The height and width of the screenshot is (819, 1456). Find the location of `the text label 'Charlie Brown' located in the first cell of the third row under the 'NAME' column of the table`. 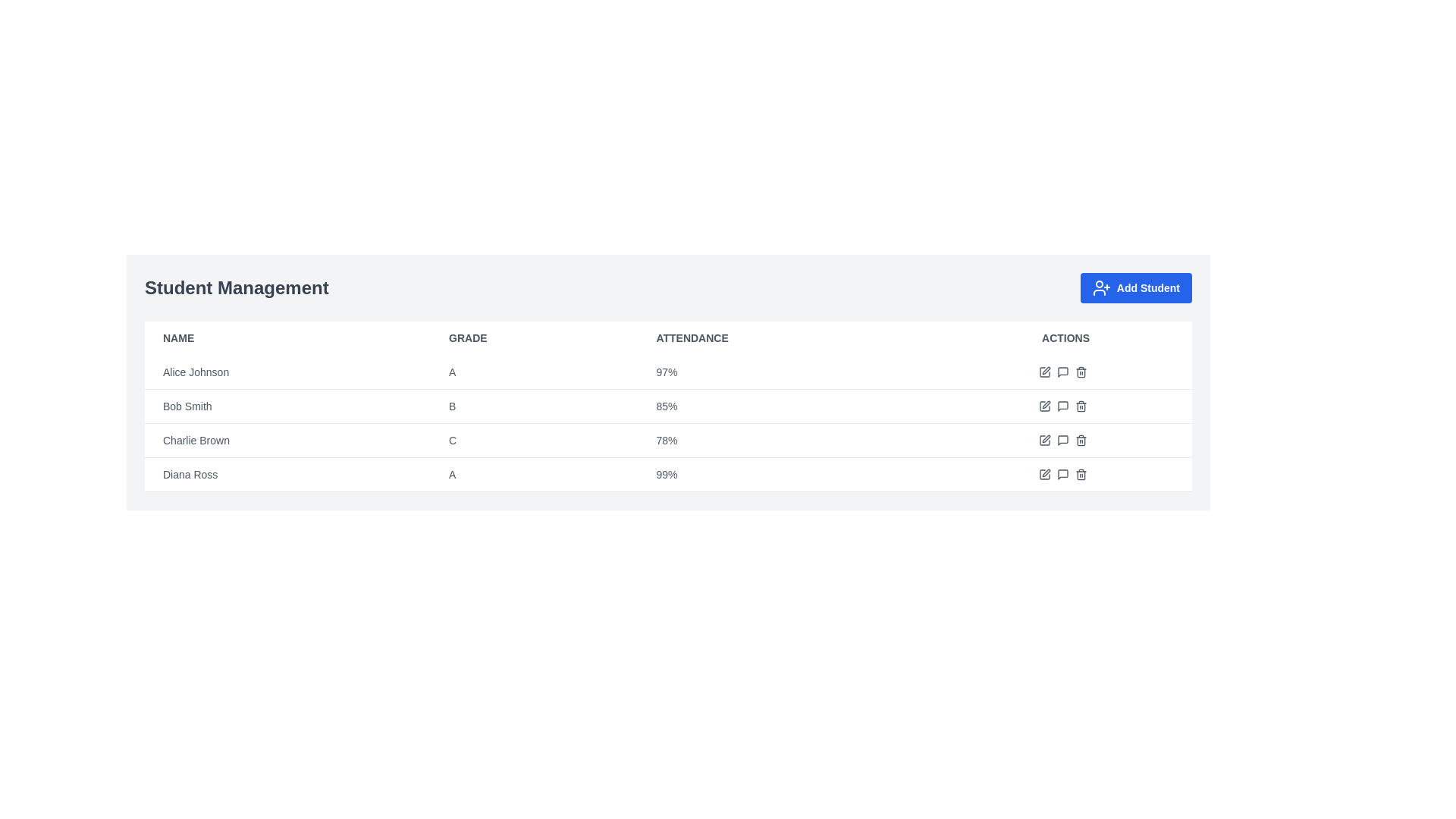

the text label 'Charlie Brown' located in the first cell of the third row under the 'NAME' column of the table is located at coordinates (196, 441).